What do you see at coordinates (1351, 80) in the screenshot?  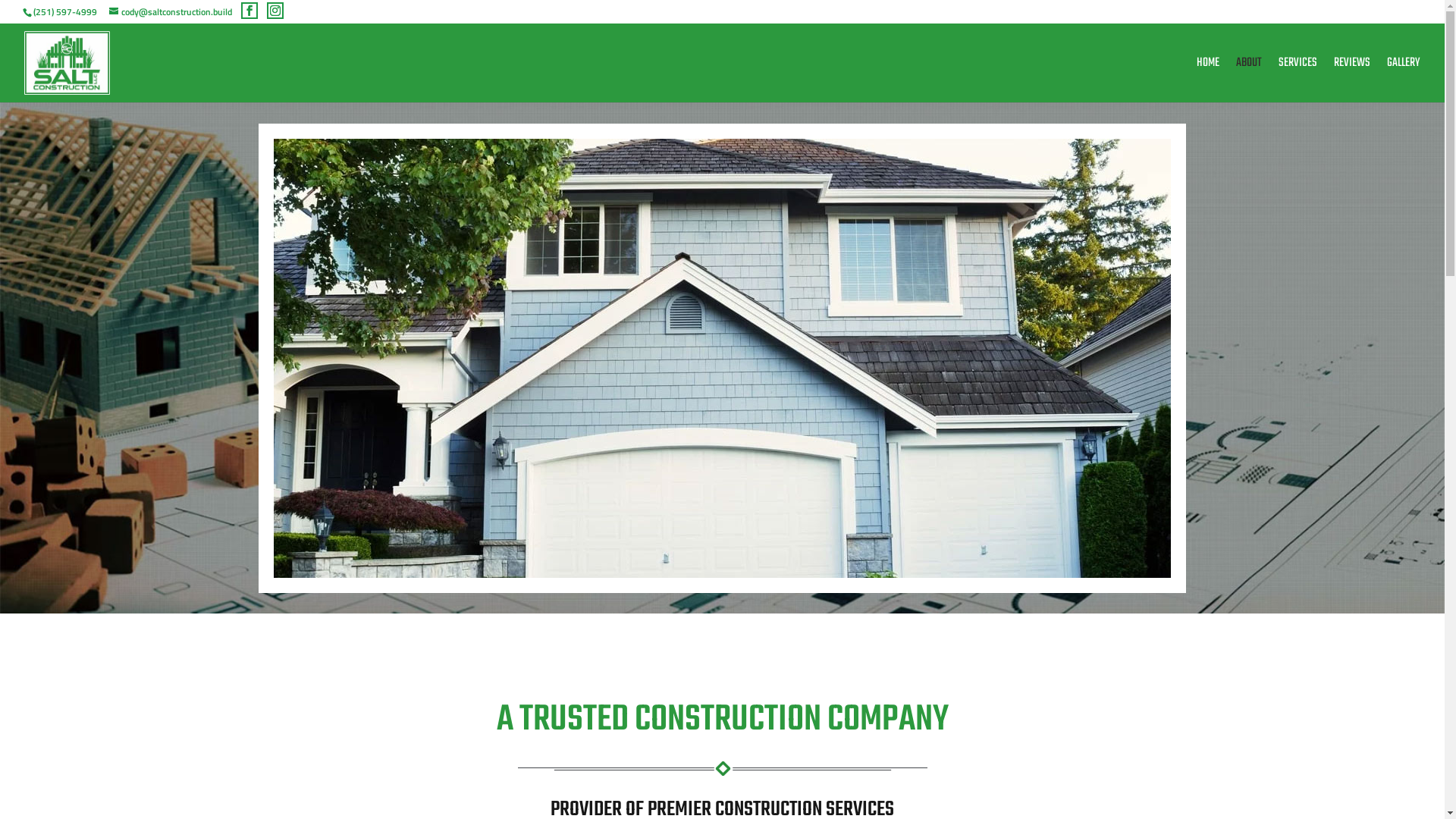 I see `'REVIEWS'` at bounding box center [1351, 80].